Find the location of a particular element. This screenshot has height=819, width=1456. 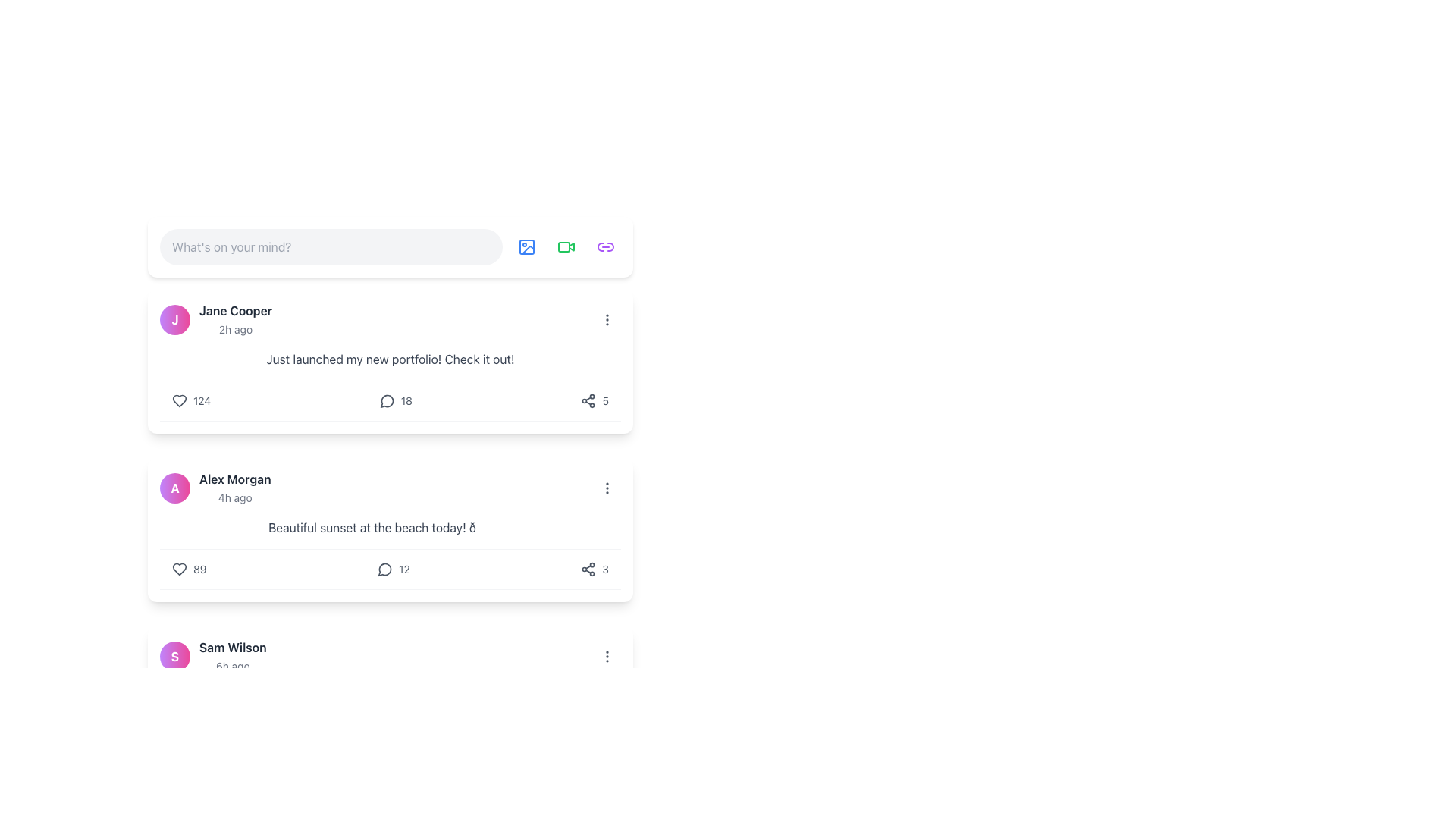

the speech bubble icon, which has a minimalist black outline and is positioned directly below a social media post by 'Jane Cooper' is located at coordinates (387, 400).